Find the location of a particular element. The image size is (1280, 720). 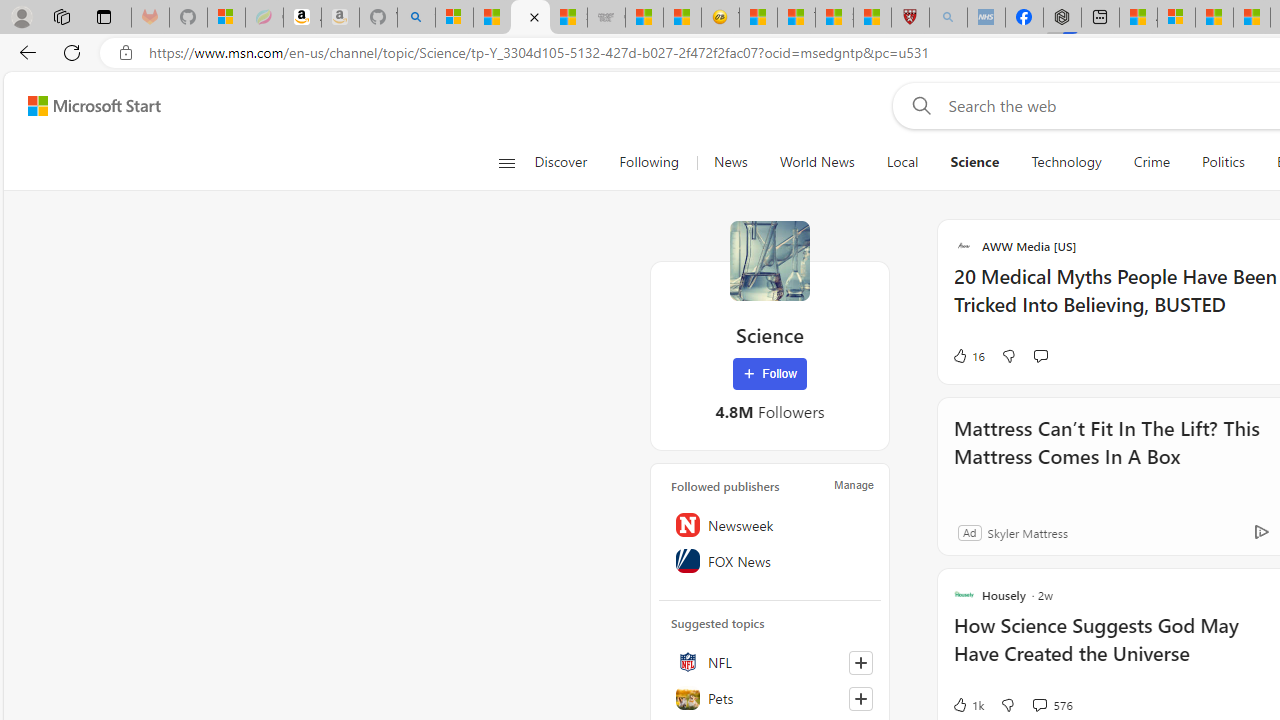

'Newsweek' is located at coordinates (769, 524).